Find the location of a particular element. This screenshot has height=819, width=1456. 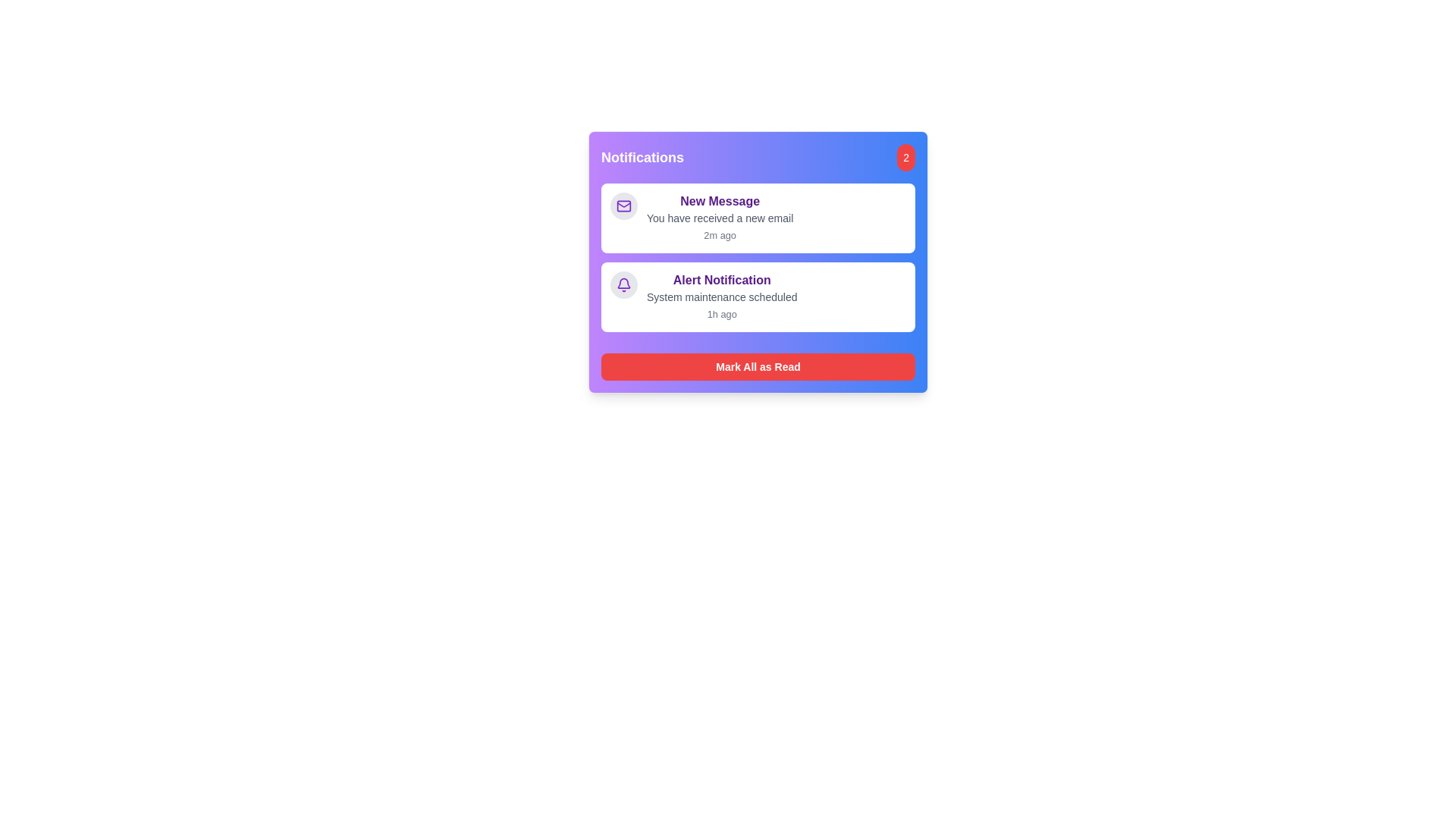

the static text header for the notifications user interface module, located at the top-left corner adjacent to the red notification badge is located at coordinates (642, 158).